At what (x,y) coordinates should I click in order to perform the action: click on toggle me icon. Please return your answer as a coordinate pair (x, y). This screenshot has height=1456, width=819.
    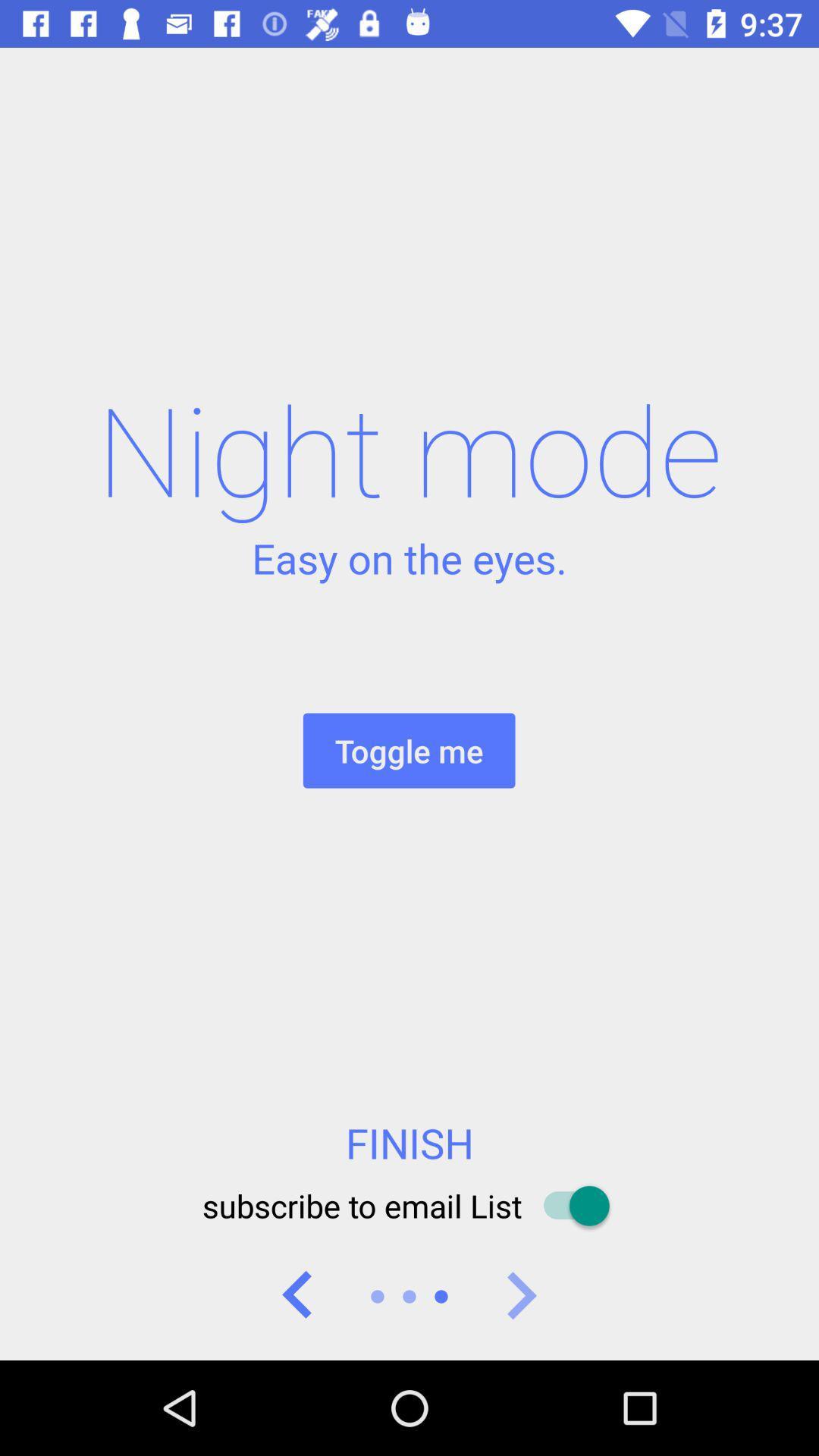
    Looking at the image, I should click on (408, 750).